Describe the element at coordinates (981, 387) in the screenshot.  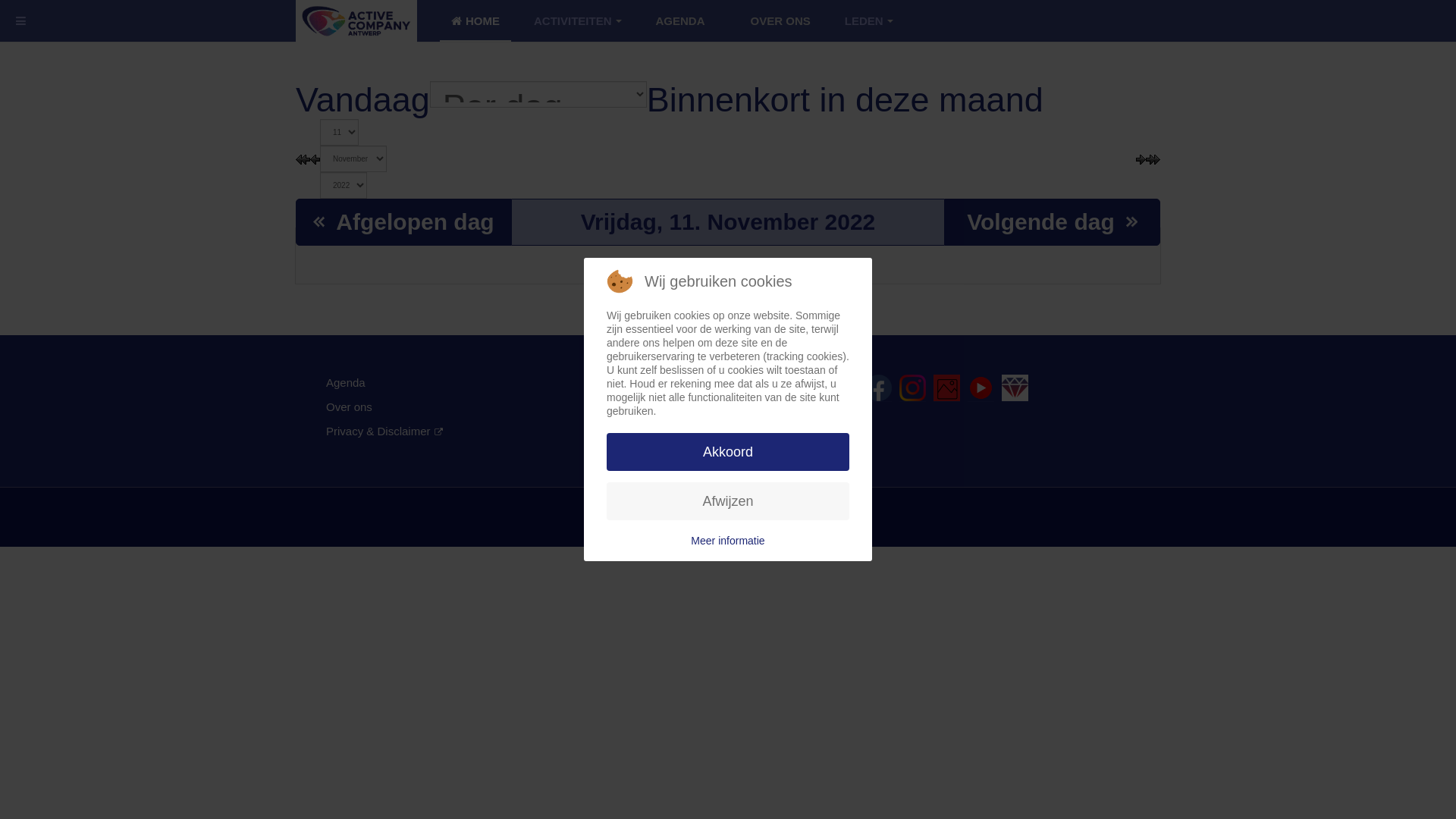
I see `'Video'` at that location.